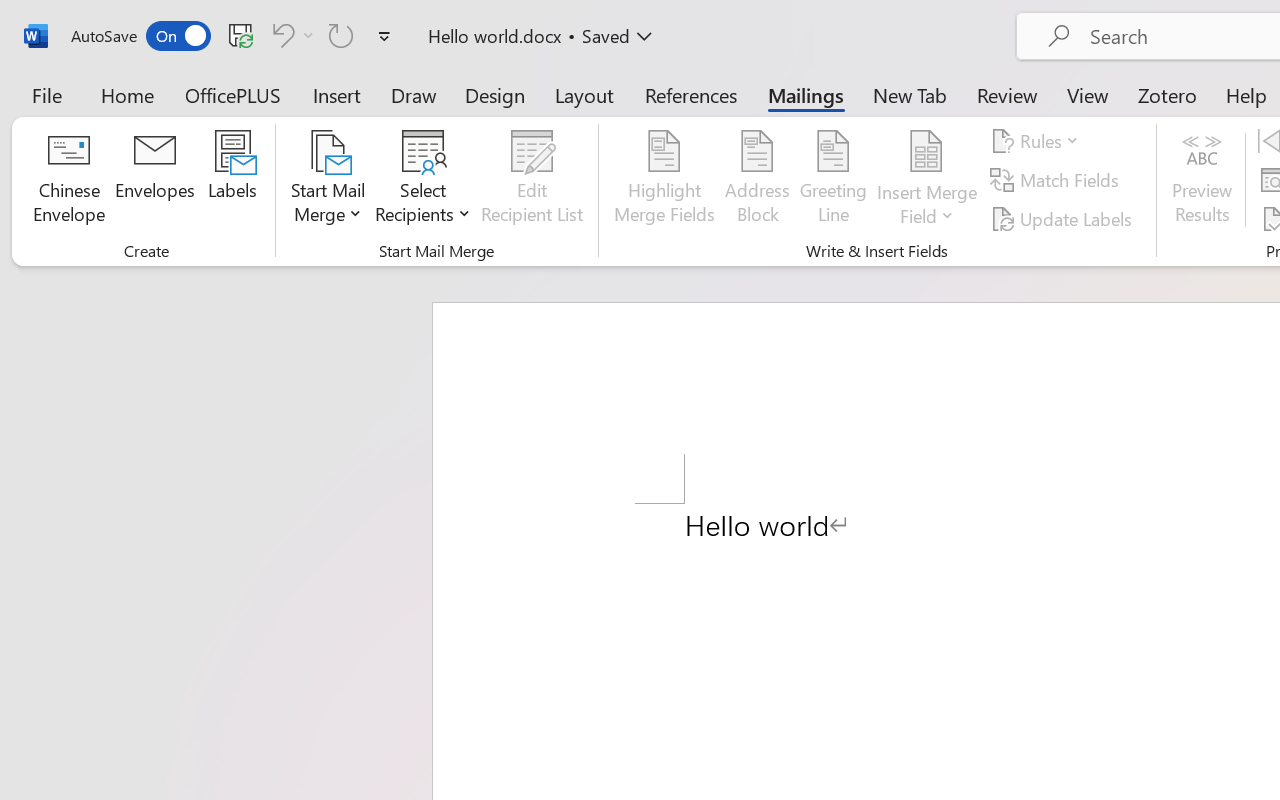 This screenshot has width=1280, height=800. What do you see at coordinates (1038, 141) in the screenshot?
I see `'Rules'` at bounding box center [1038, 141].